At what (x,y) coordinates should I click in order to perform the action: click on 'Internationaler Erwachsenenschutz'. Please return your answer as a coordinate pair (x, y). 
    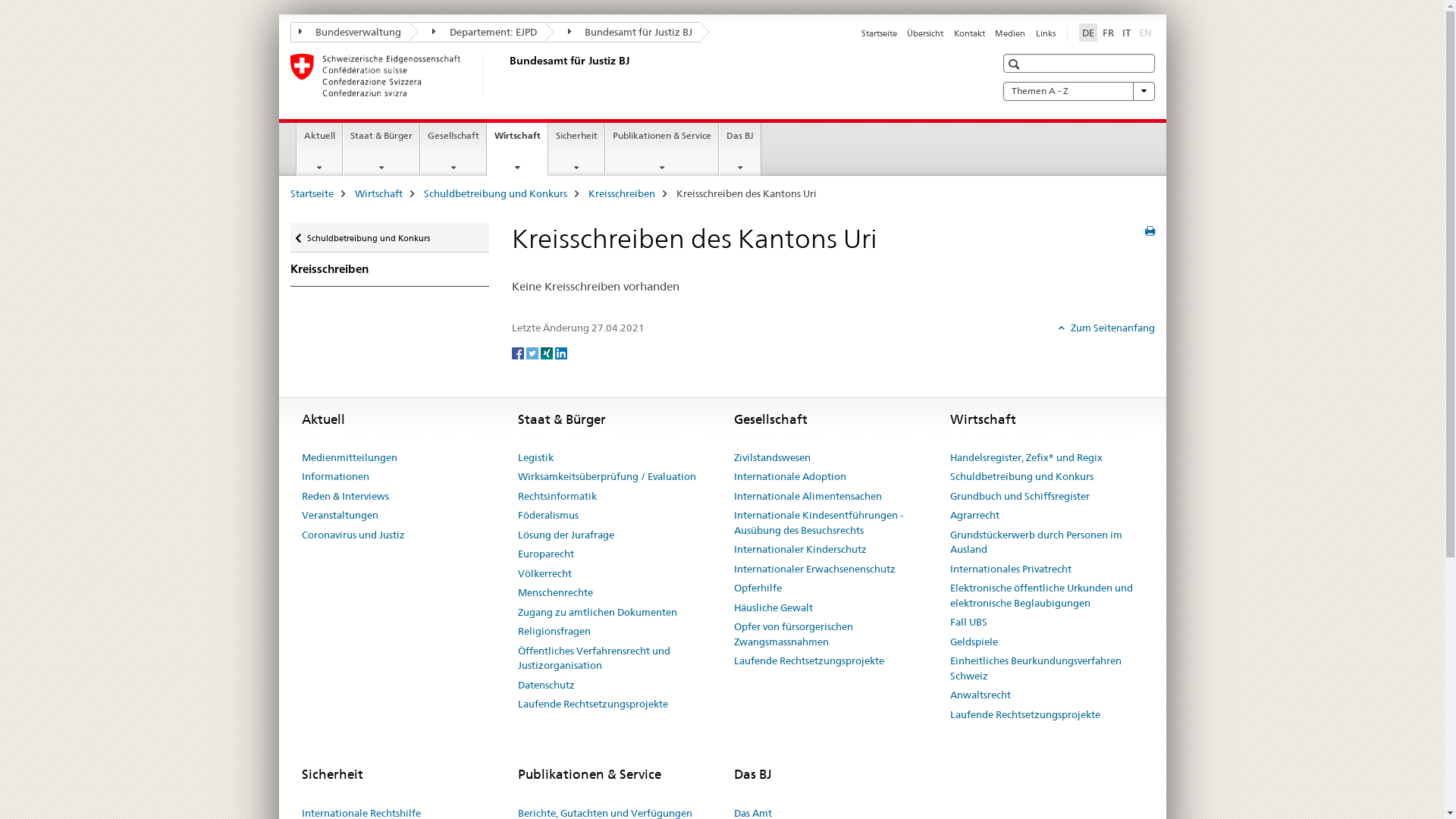
    Looking at the image, I should click on (814, 570).